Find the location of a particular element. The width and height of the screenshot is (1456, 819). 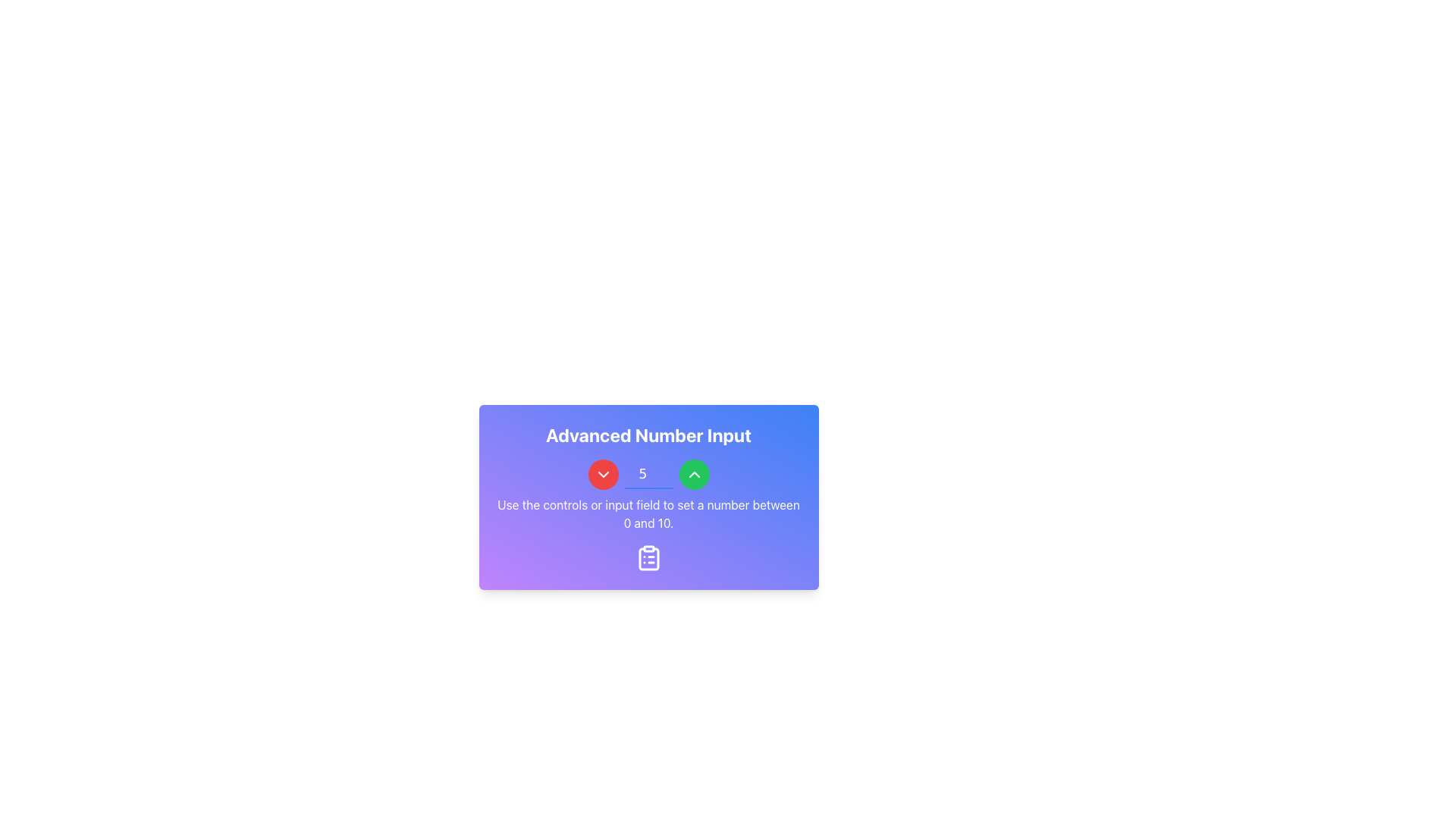

the increment button located to the right of the numeric input field, which is centered next to a red circular button with a downward chevron is located at coordinates (693, 473).